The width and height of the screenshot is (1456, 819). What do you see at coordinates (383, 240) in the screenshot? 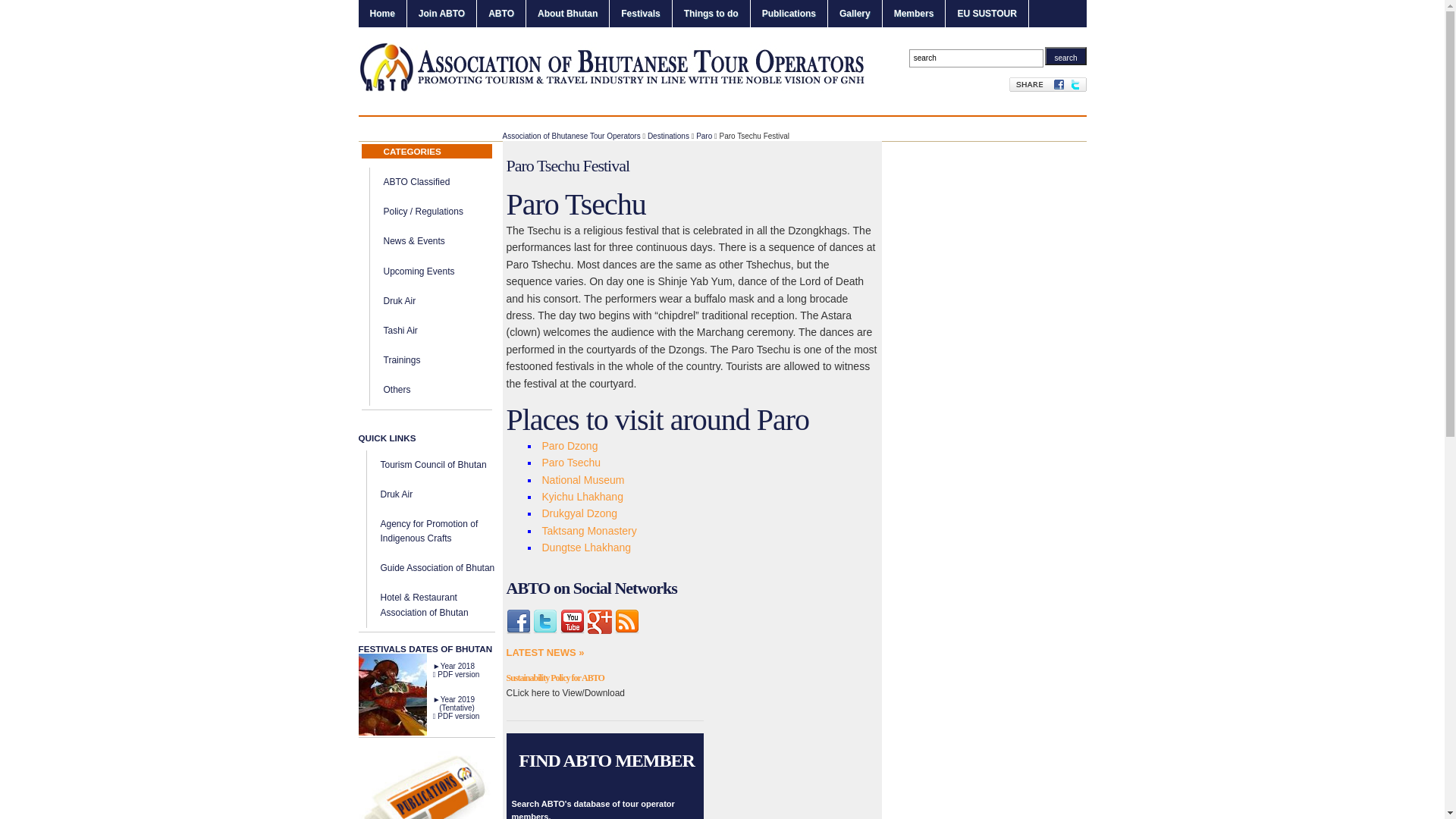
I see `'News & Events'` at bounding box center [383, 240].